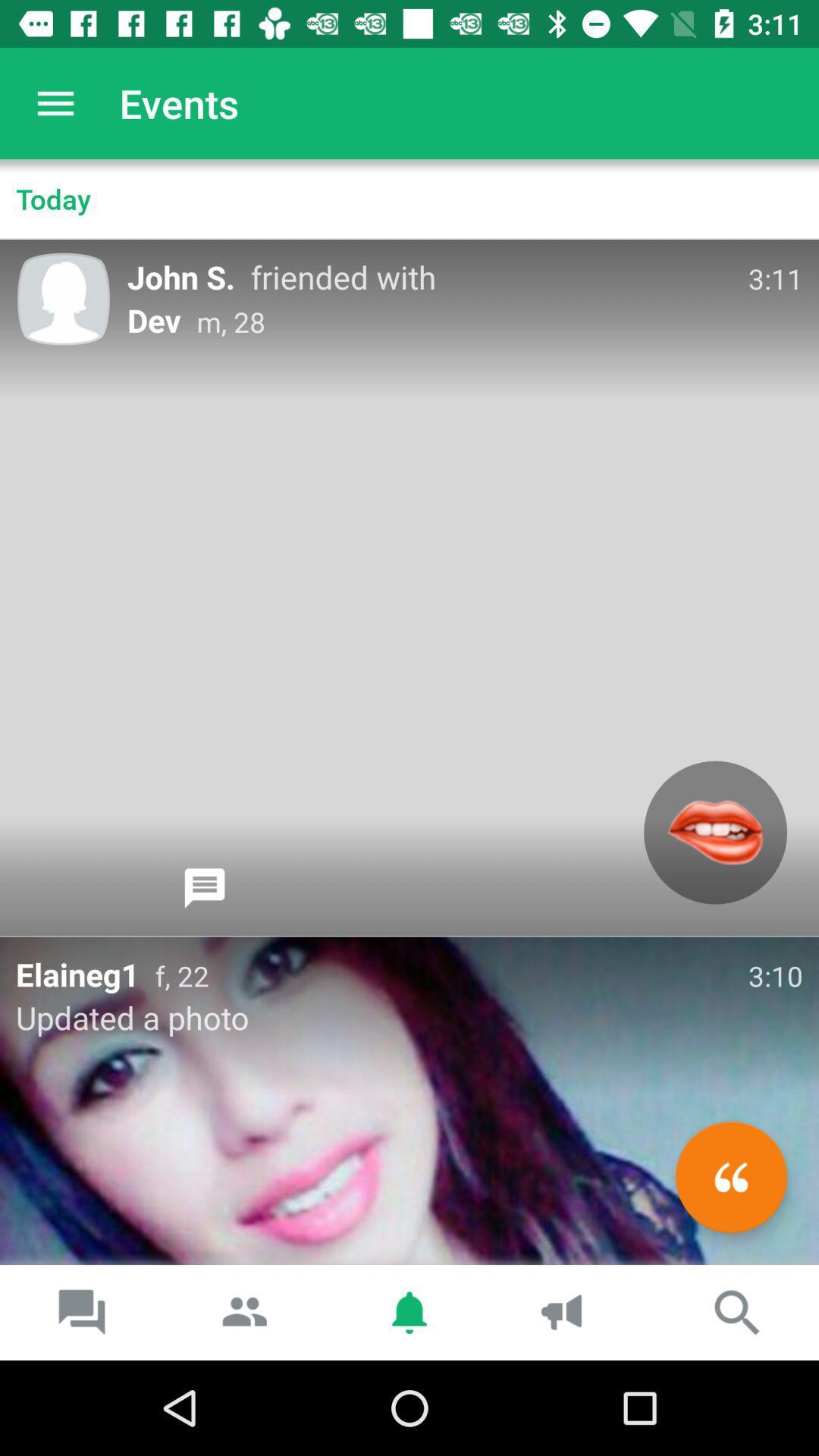 This screenshot has height=1456, width=819. I want to click on icon below the f, 22 item, so click(730, 1176).